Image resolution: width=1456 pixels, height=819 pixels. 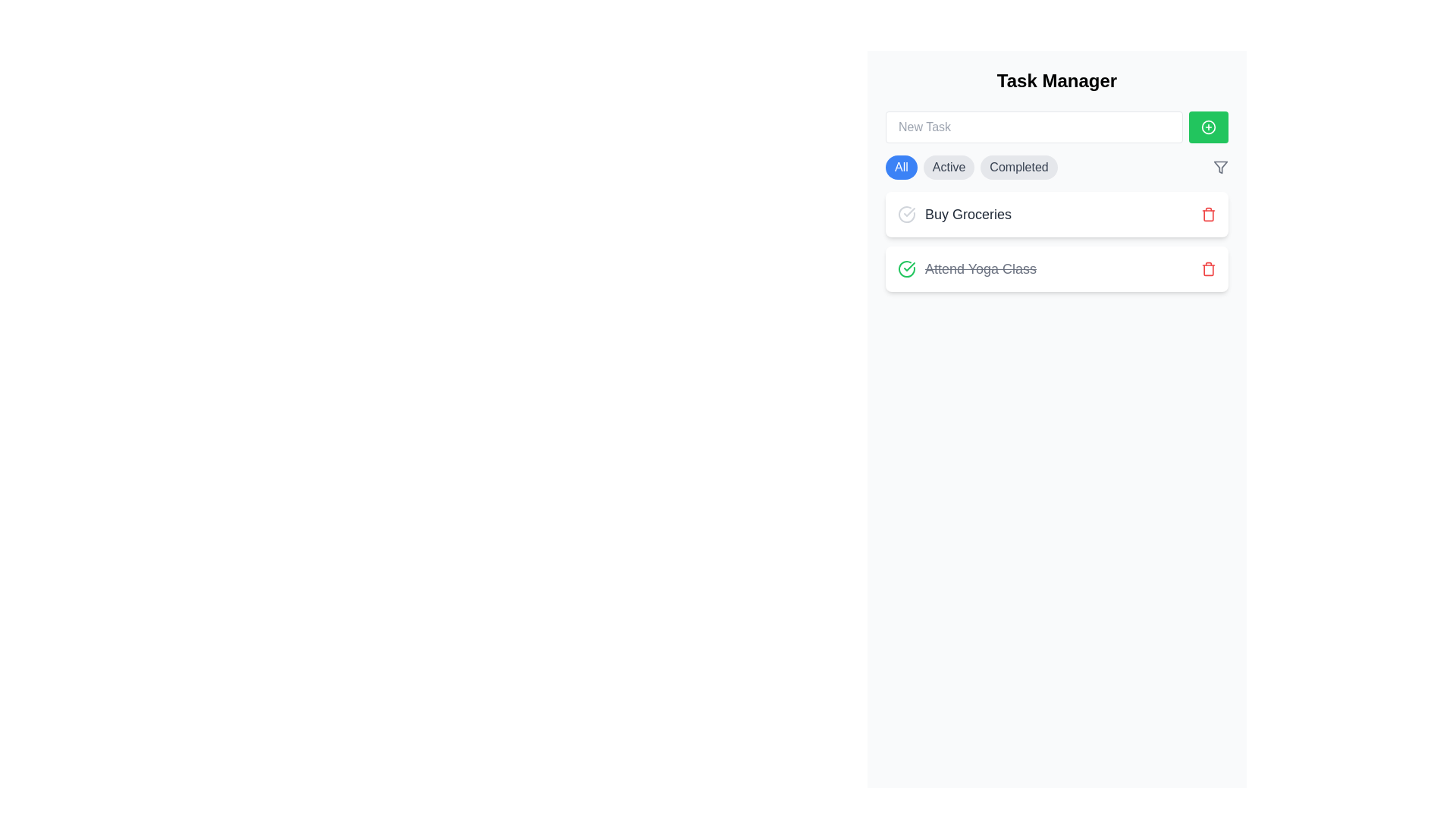 I want to click on the status indicator icon located on the leftmost side of the 'Buy Groceries' task item, so click(x=906, y=214).